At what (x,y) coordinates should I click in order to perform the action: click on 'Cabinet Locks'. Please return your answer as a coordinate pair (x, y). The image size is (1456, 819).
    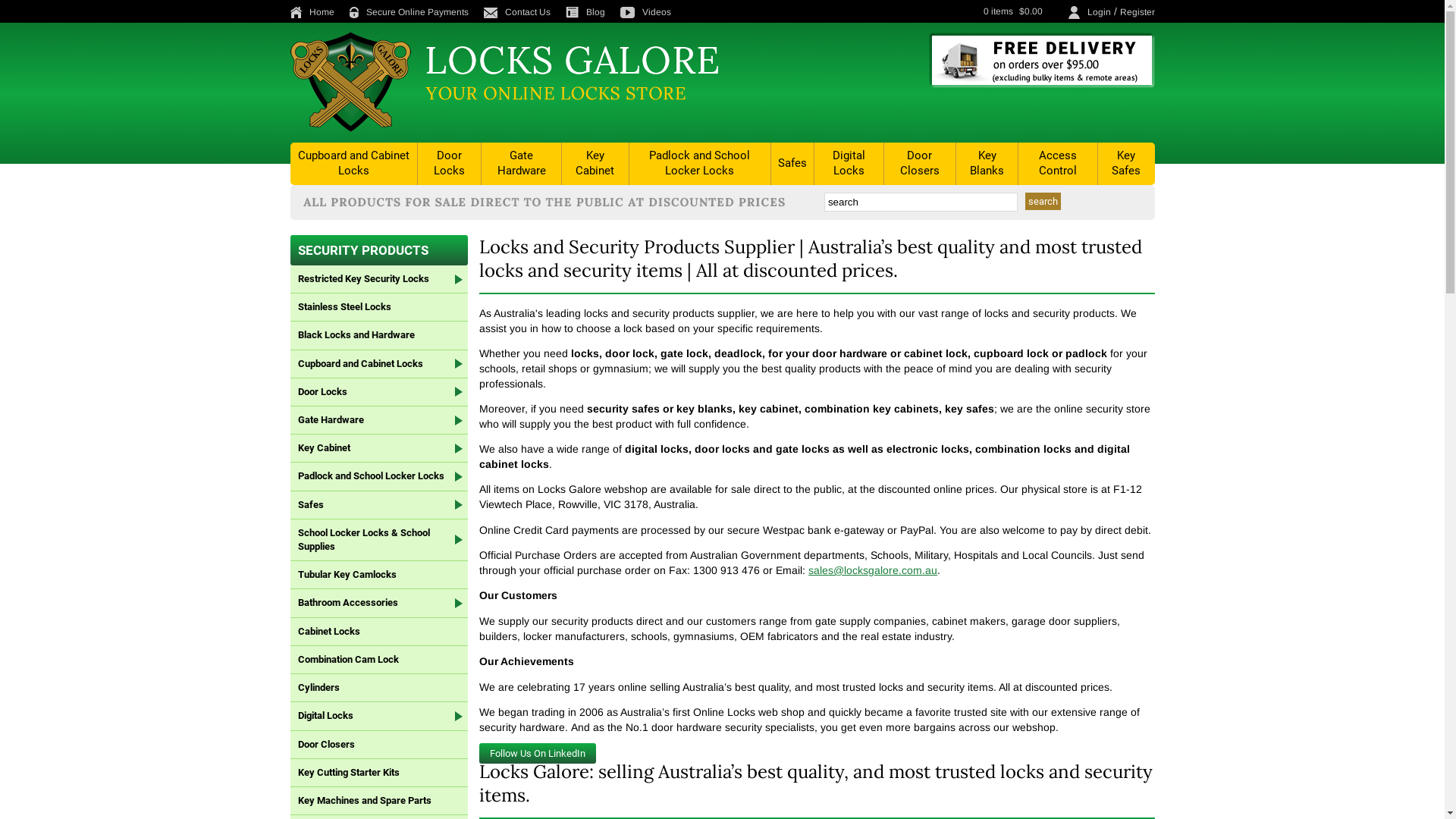
    Looking at the image, I should click on (290, 632).